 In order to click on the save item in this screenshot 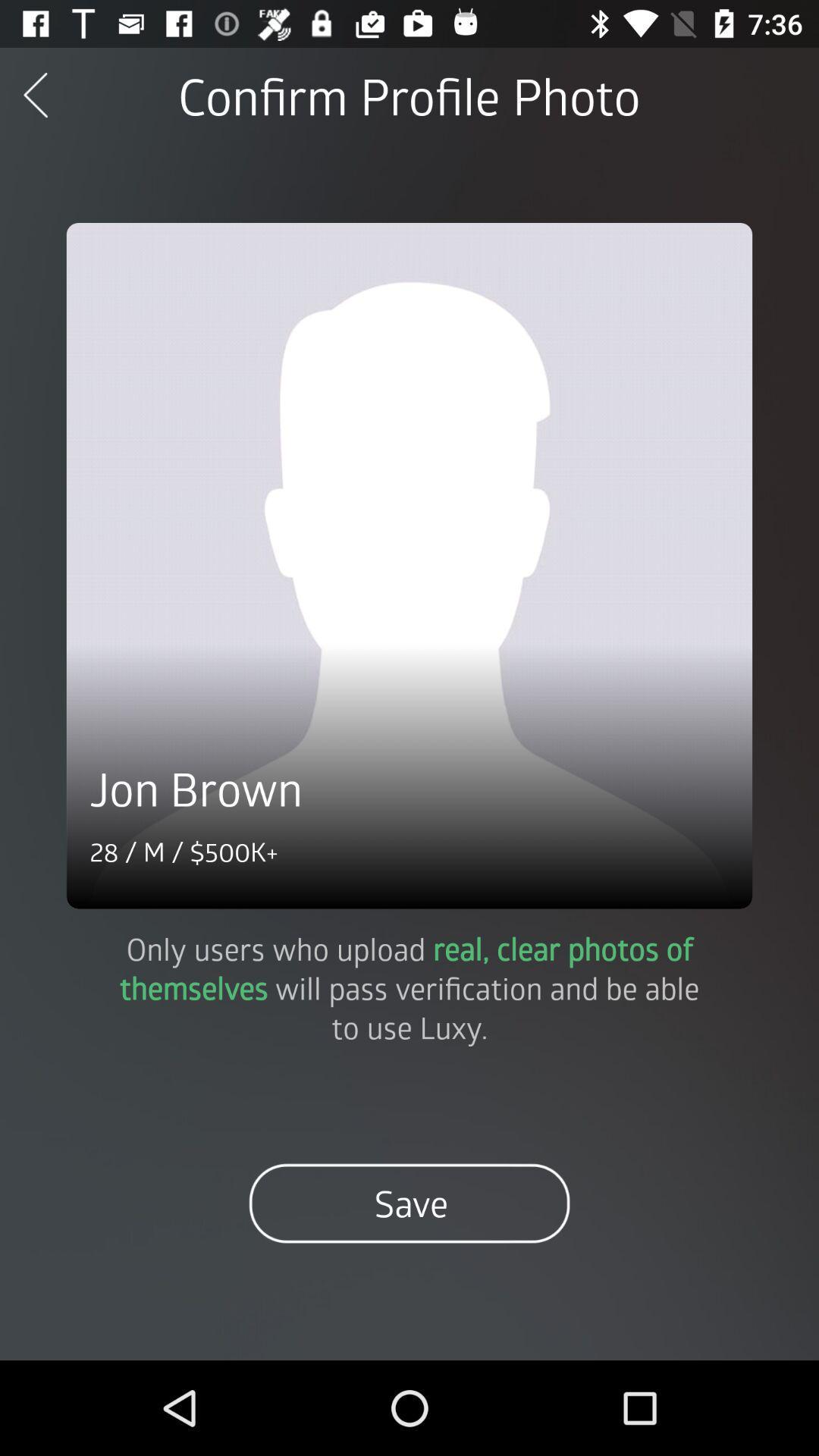, I will do `click(409, 1203)`.